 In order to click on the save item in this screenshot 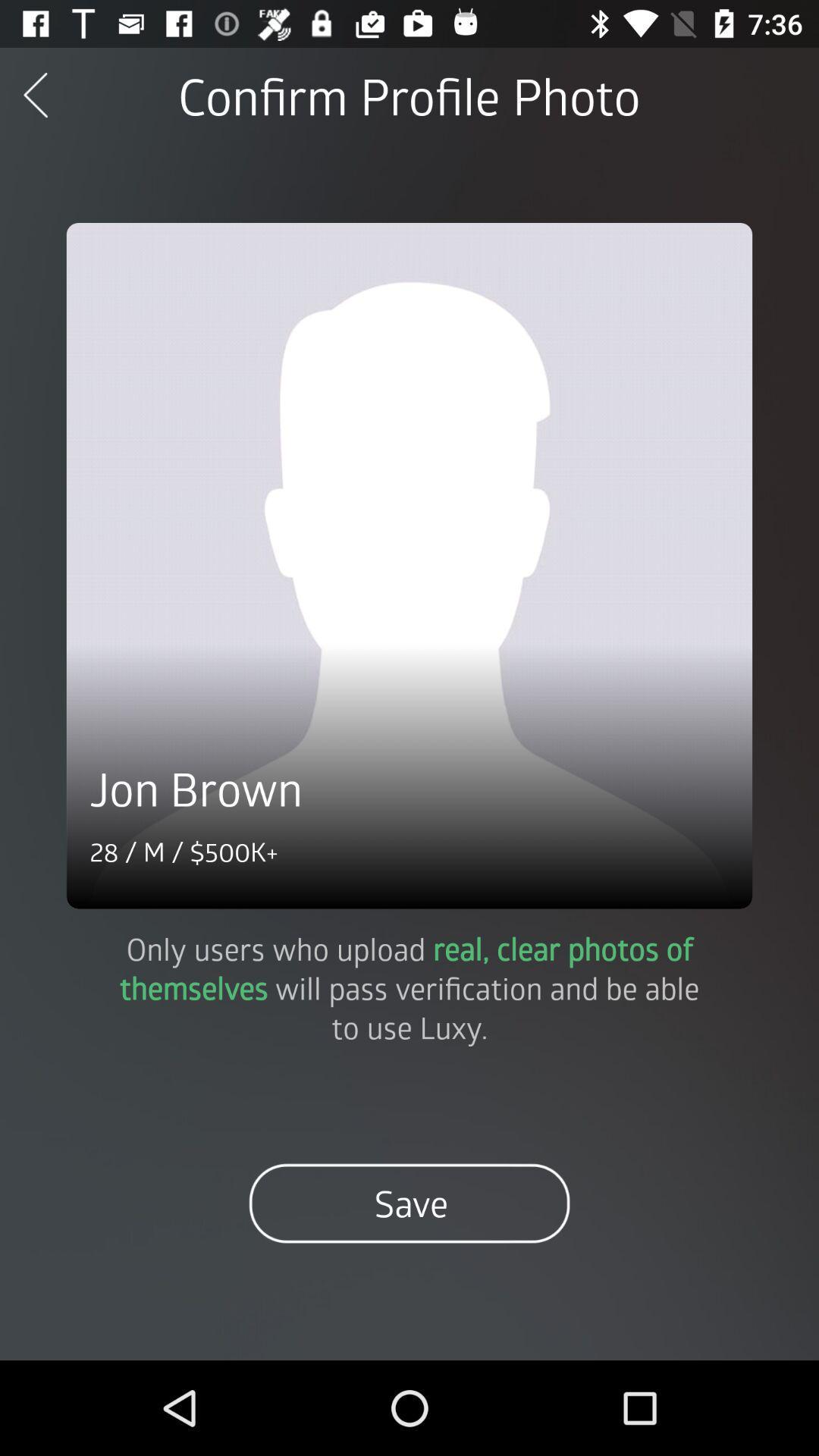, I will do `click(409, 1203)`.